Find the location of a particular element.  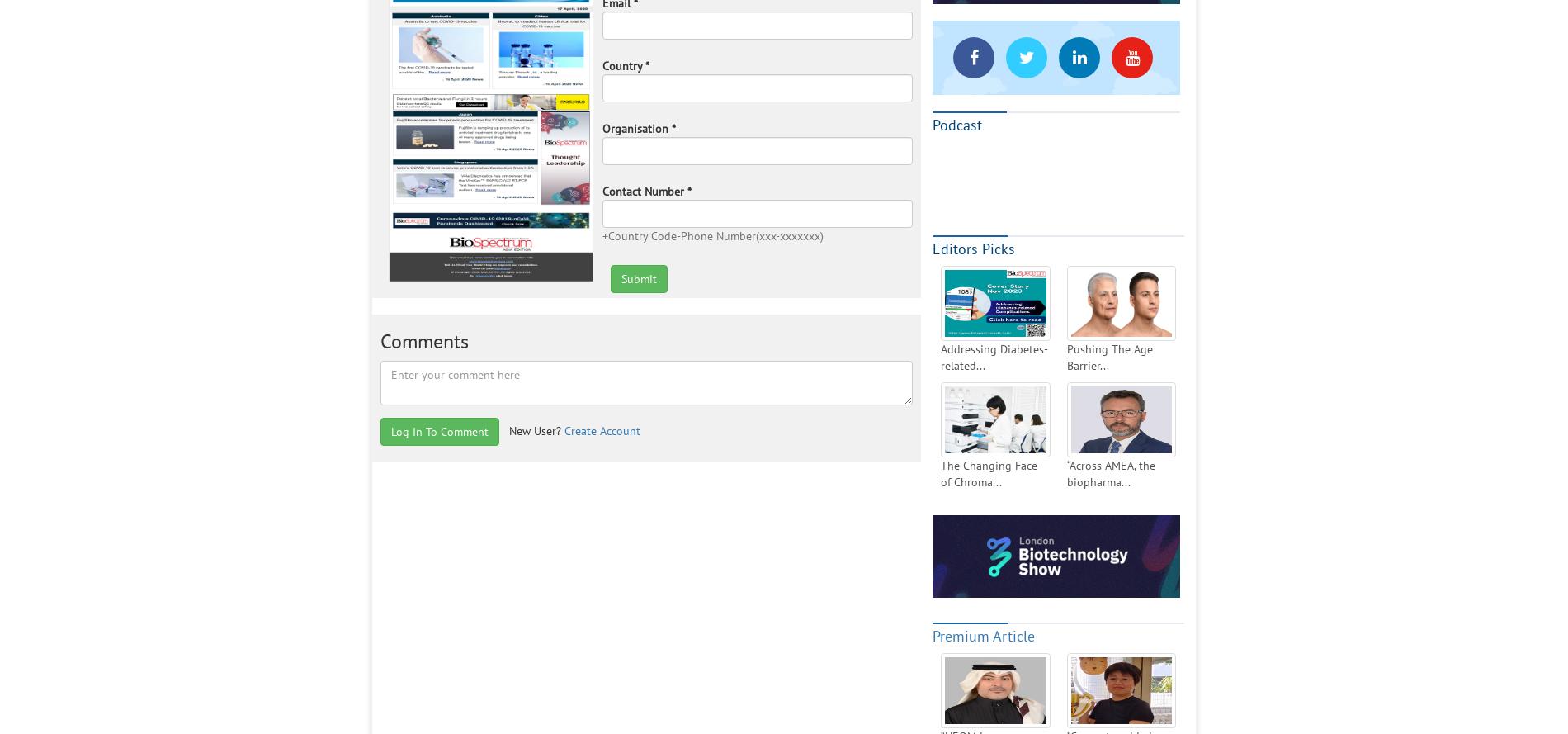

'Pushing The Age Barrier...' is located at coordinates (1108, 356).